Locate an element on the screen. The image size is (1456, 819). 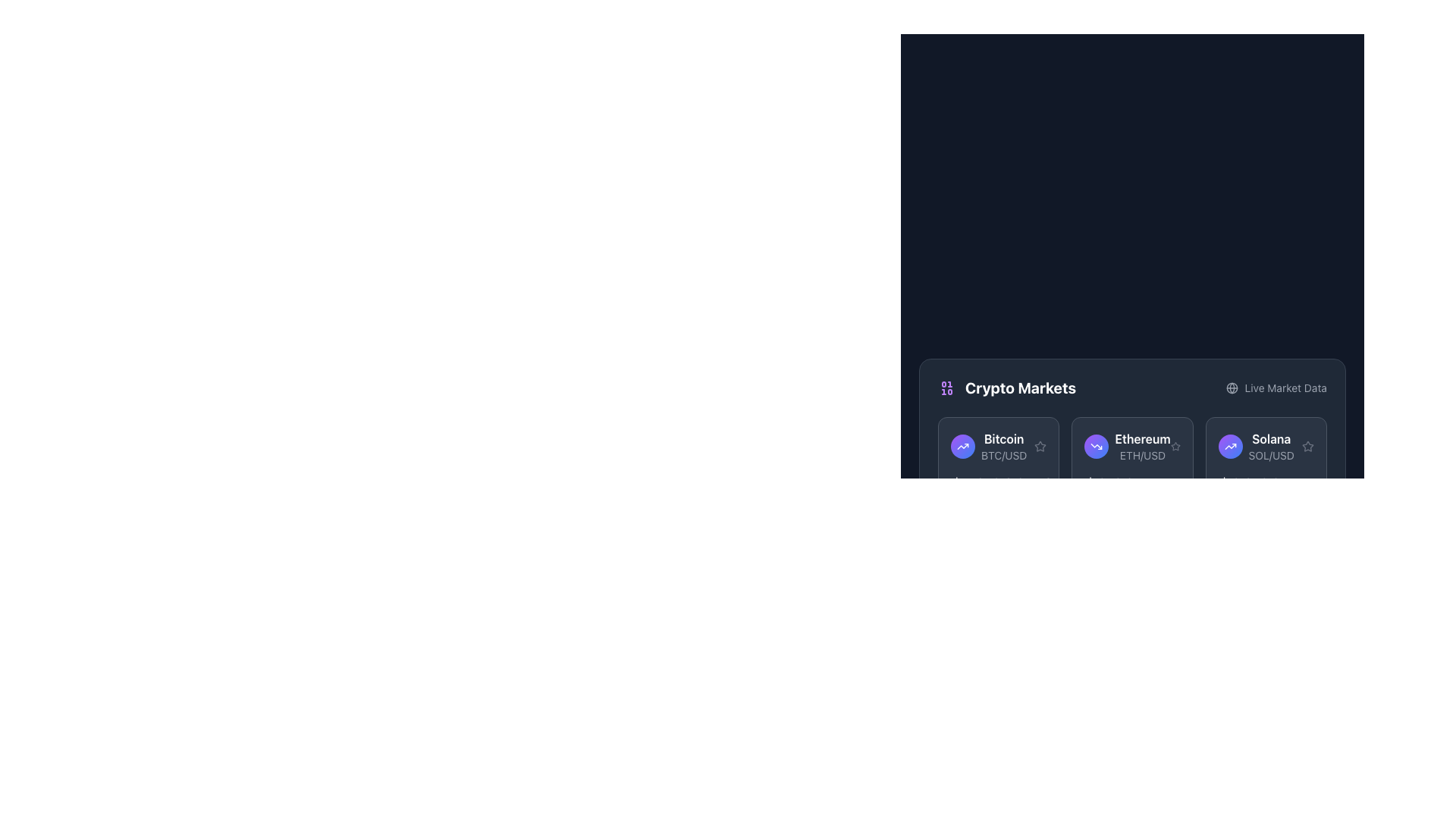
the Favorite toggle icon (SVG) located at the far right of the 'Solana SOL/USD' card to toggle its favorite status is located at coordinates (1307, 446).